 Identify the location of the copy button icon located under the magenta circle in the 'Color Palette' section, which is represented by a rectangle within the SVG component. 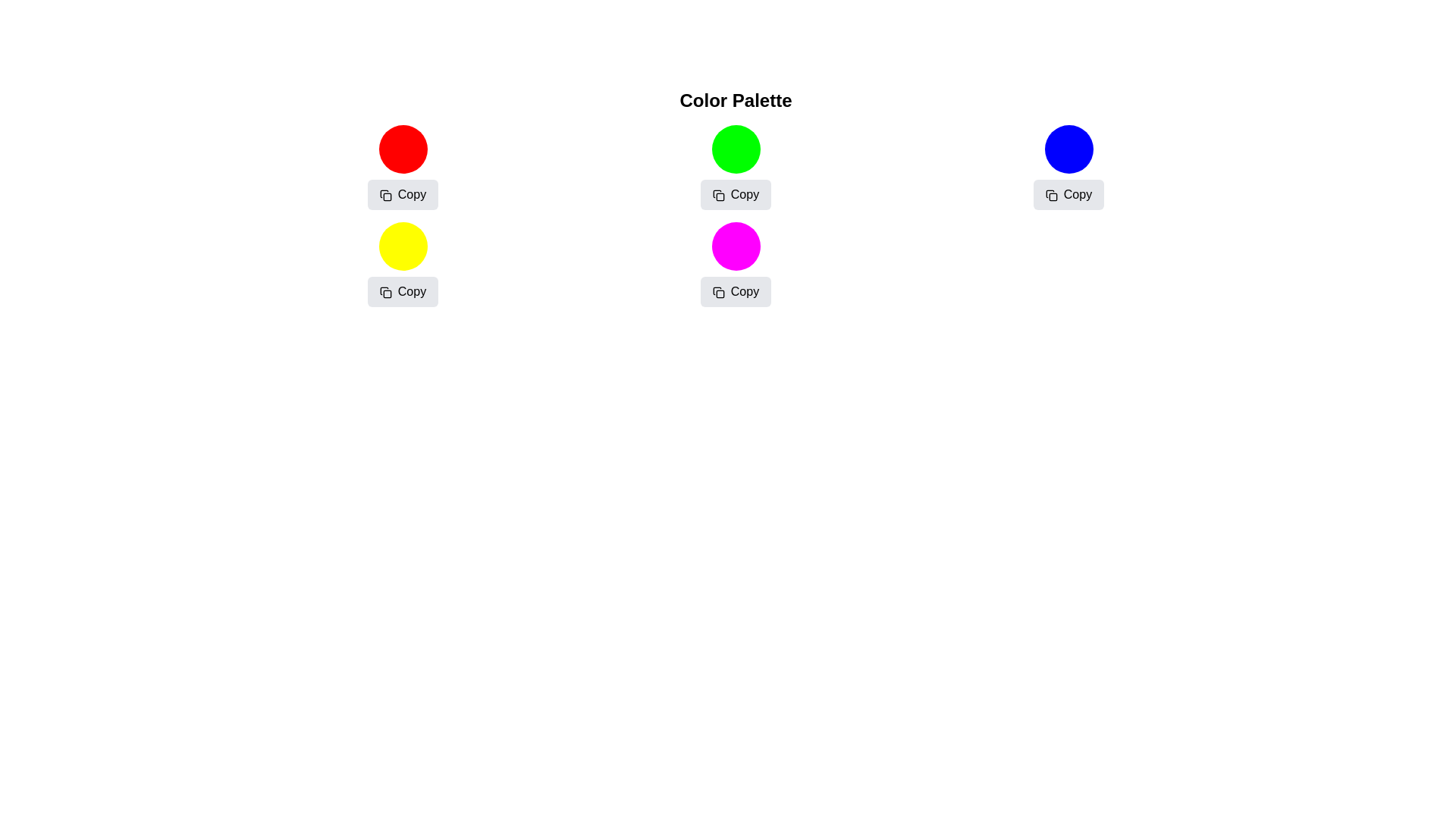
(719, 293).